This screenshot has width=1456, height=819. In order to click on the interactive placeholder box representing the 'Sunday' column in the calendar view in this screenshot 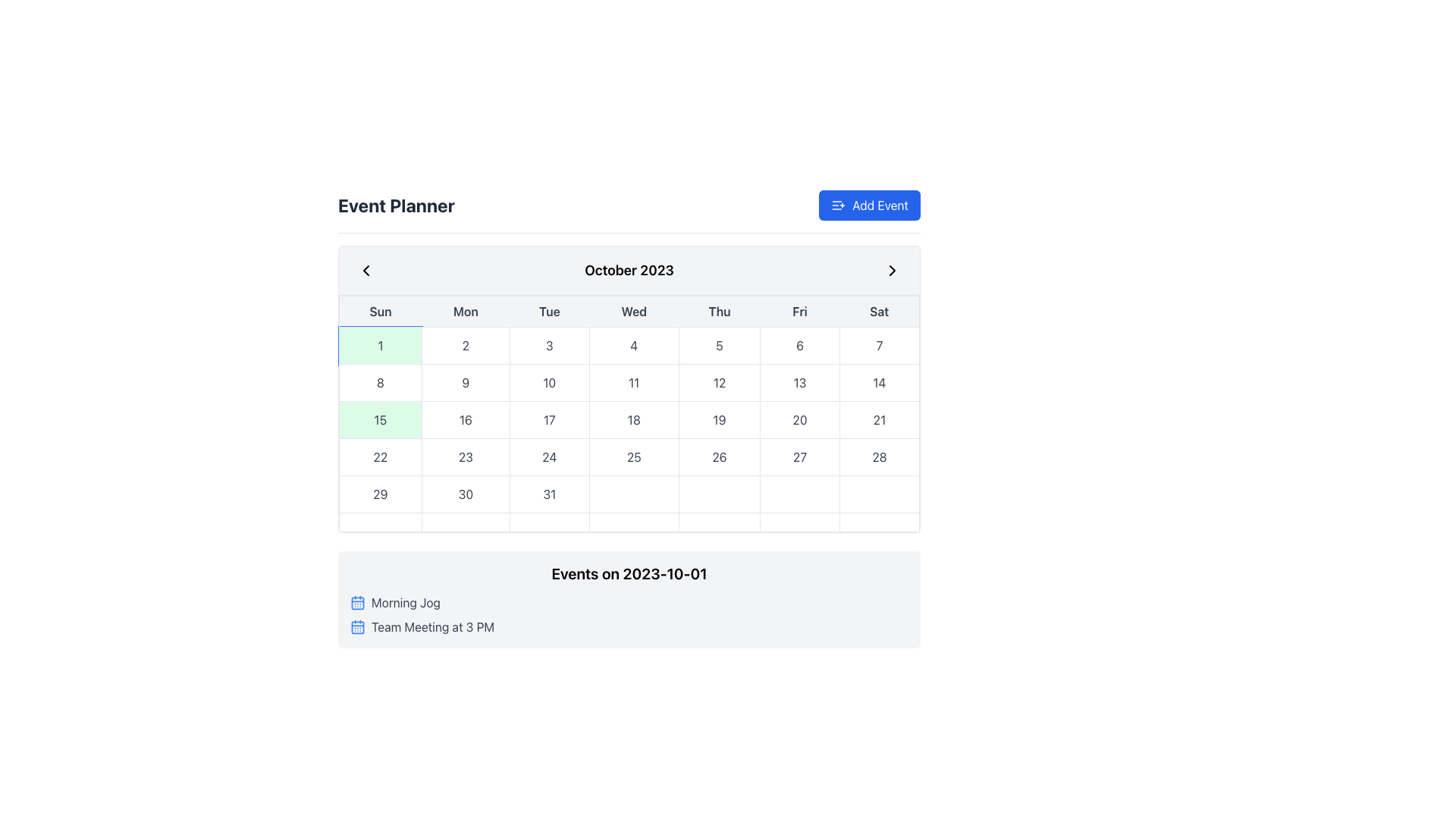, I will do `click(380, 522)`.